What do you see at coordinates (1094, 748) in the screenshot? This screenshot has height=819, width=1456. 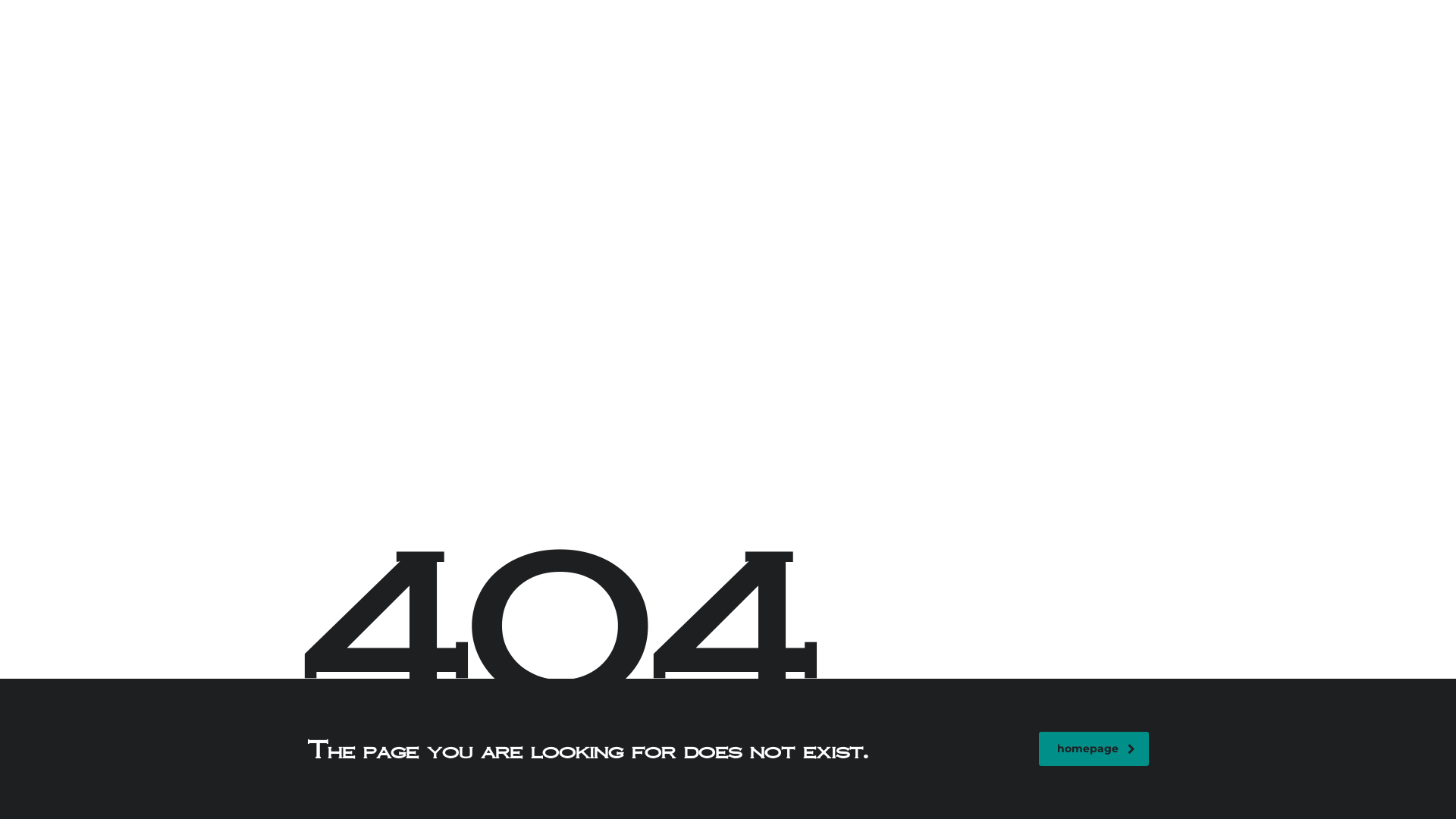 I see `'homepage'` at bounding box center [1094, 748].